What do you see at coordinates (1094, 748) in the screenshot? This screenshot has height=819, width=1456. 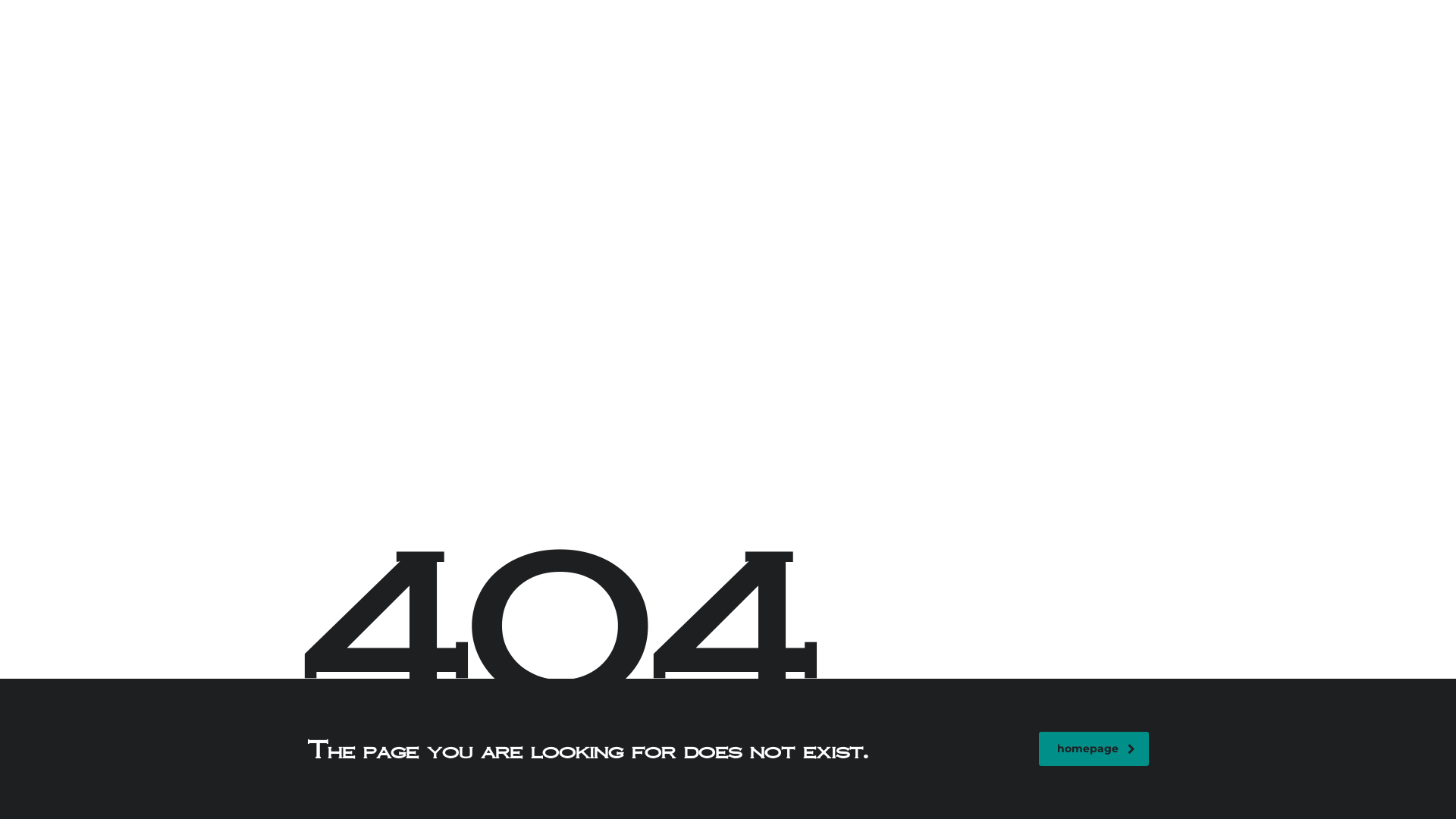 I see `'homepage'` at bounding box center [1094, 748].